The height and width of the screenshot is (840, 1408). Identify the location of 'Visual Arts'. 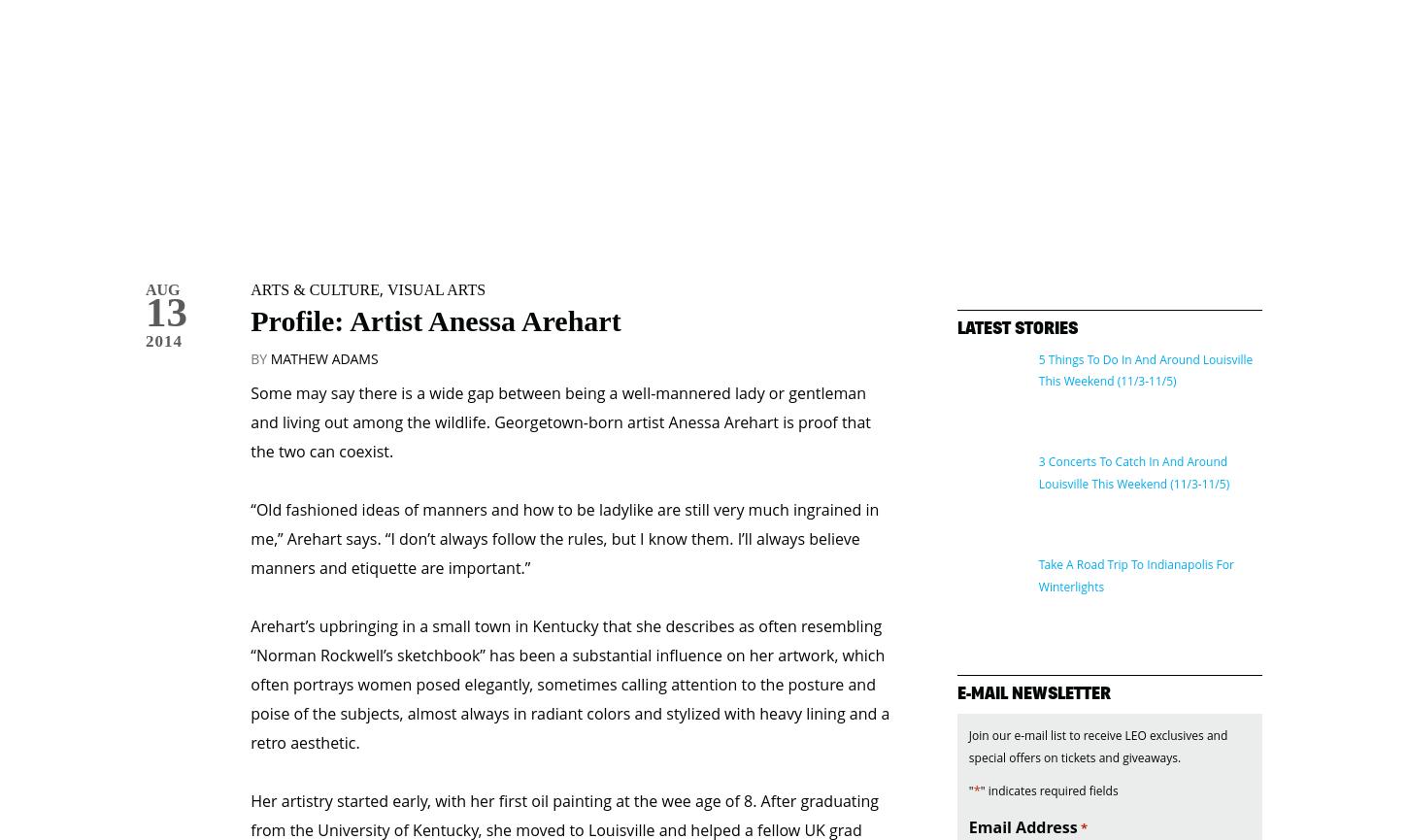
(386, 207).